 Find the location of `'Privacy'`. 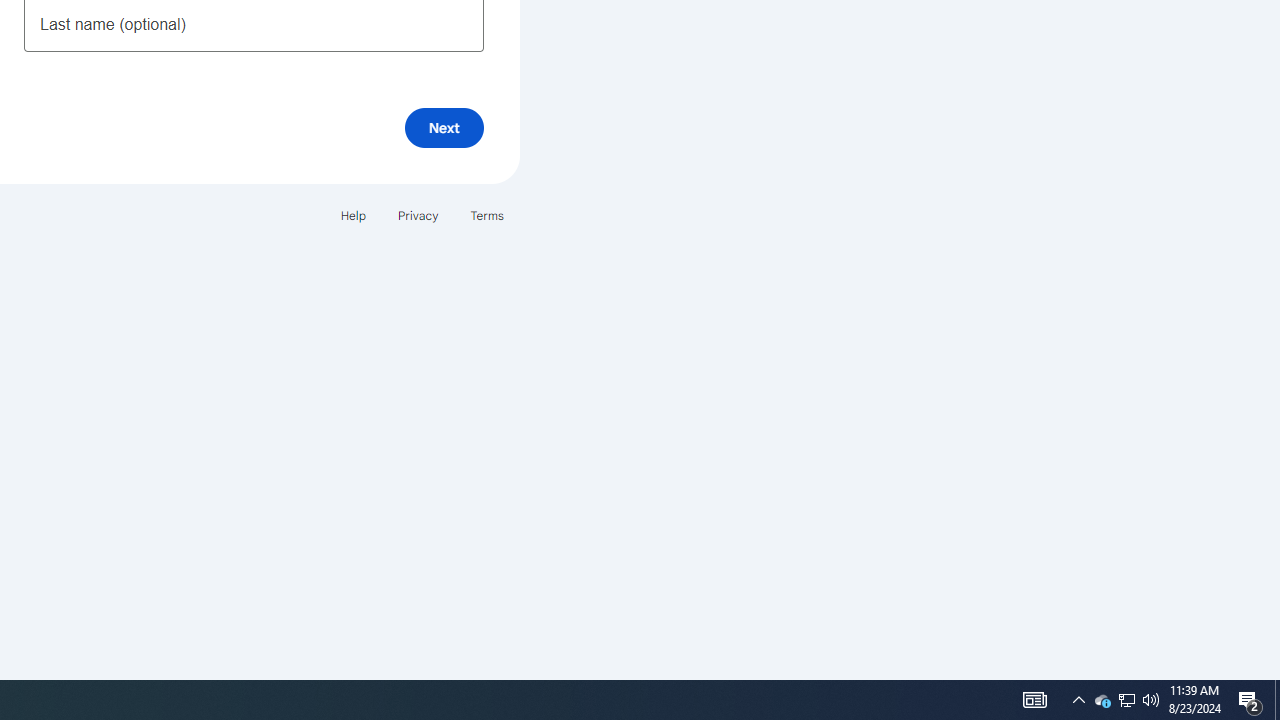

'Privacy' is located at coordinates (416, 215).